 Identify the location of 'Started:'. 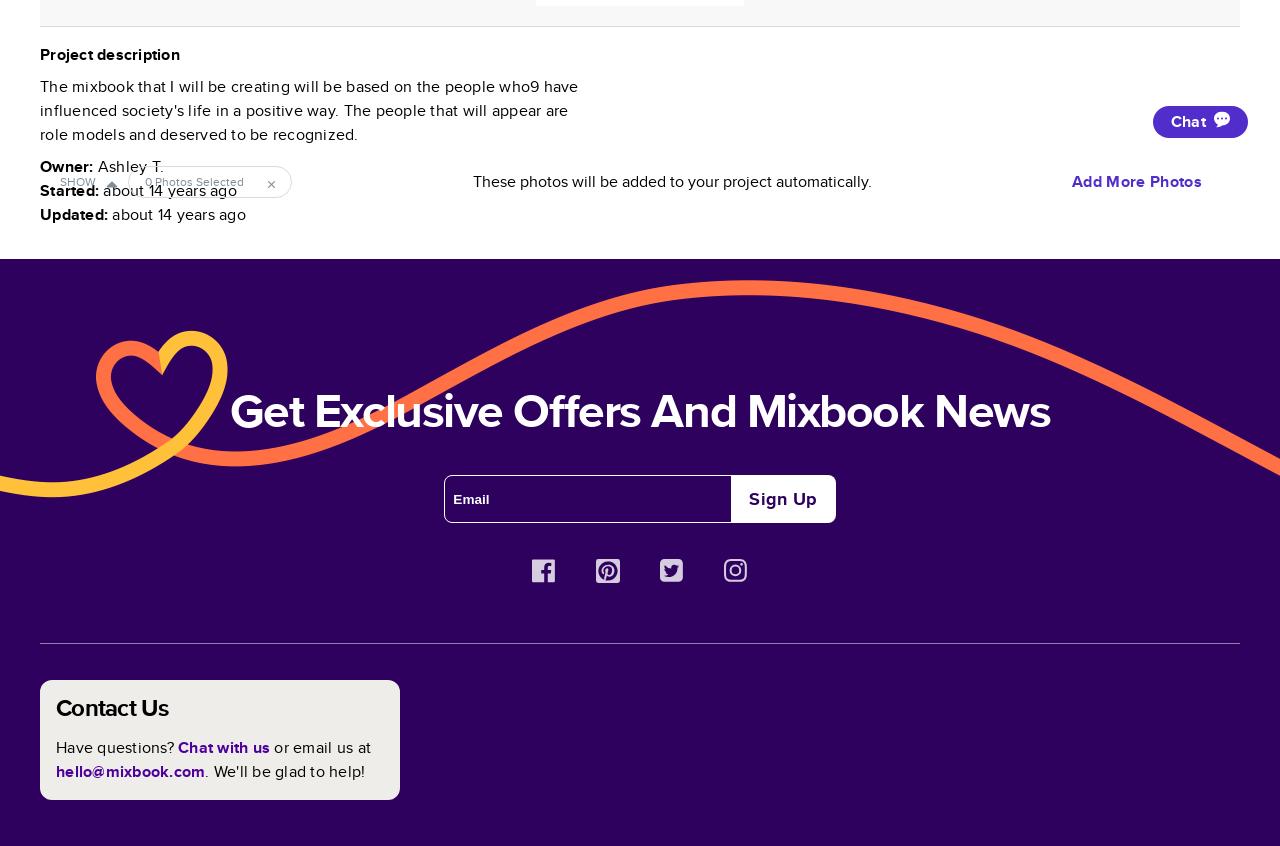
(69, 189).